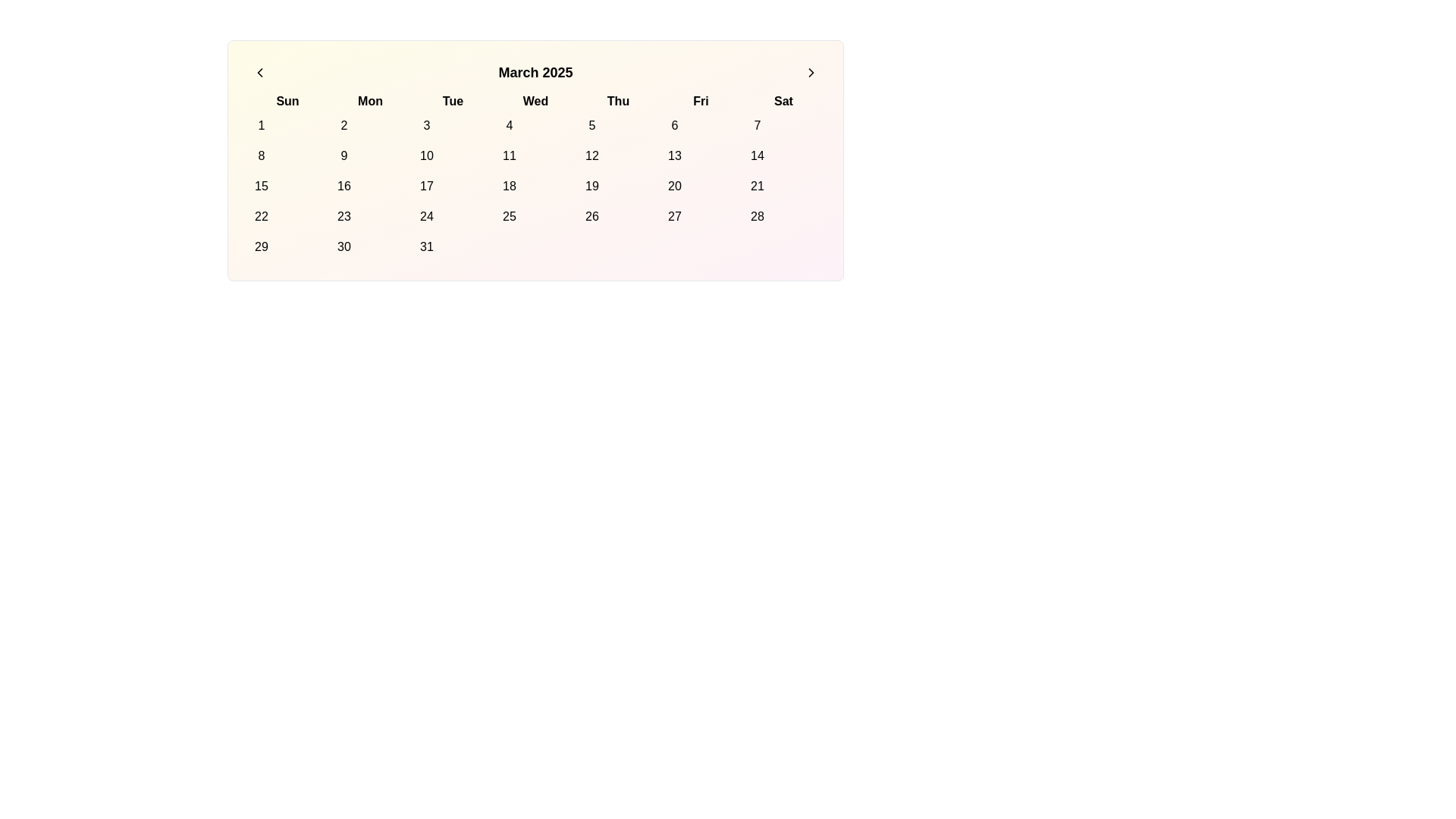 The image size is (1456, 819). Describe the element at coordinates (344, 155) in the screenshot. I see `the button representing the ninth date in the calendar view` at that location.